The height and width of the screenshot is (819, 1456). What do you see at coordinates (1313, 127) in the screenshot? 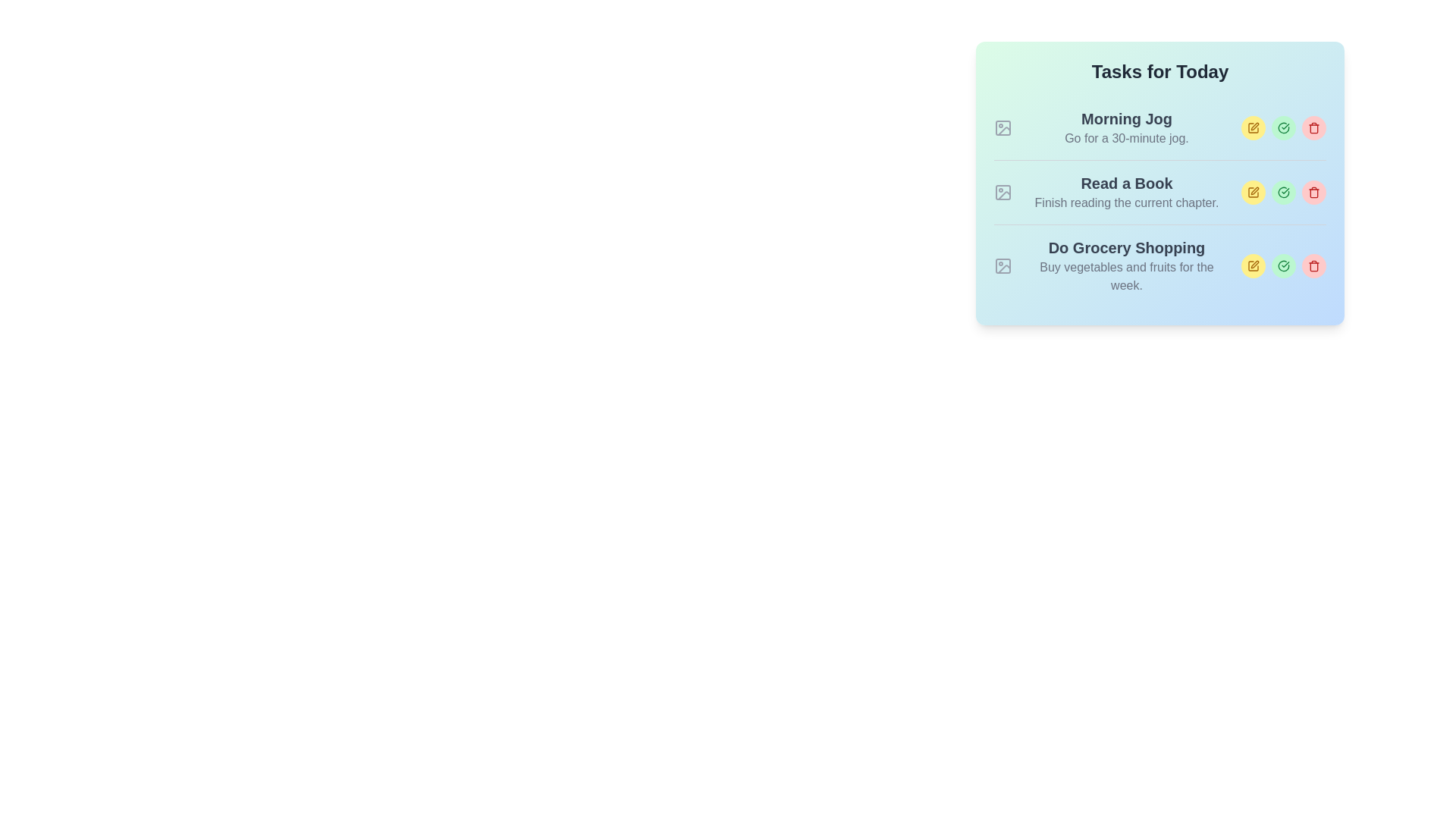
I see `the interactive delete button with an icon located in the rightmost position of the three circular buttons in the row for the 'Morning Jog' task in the 'Tasks for Today' list` at bounding box center [1313, 127].